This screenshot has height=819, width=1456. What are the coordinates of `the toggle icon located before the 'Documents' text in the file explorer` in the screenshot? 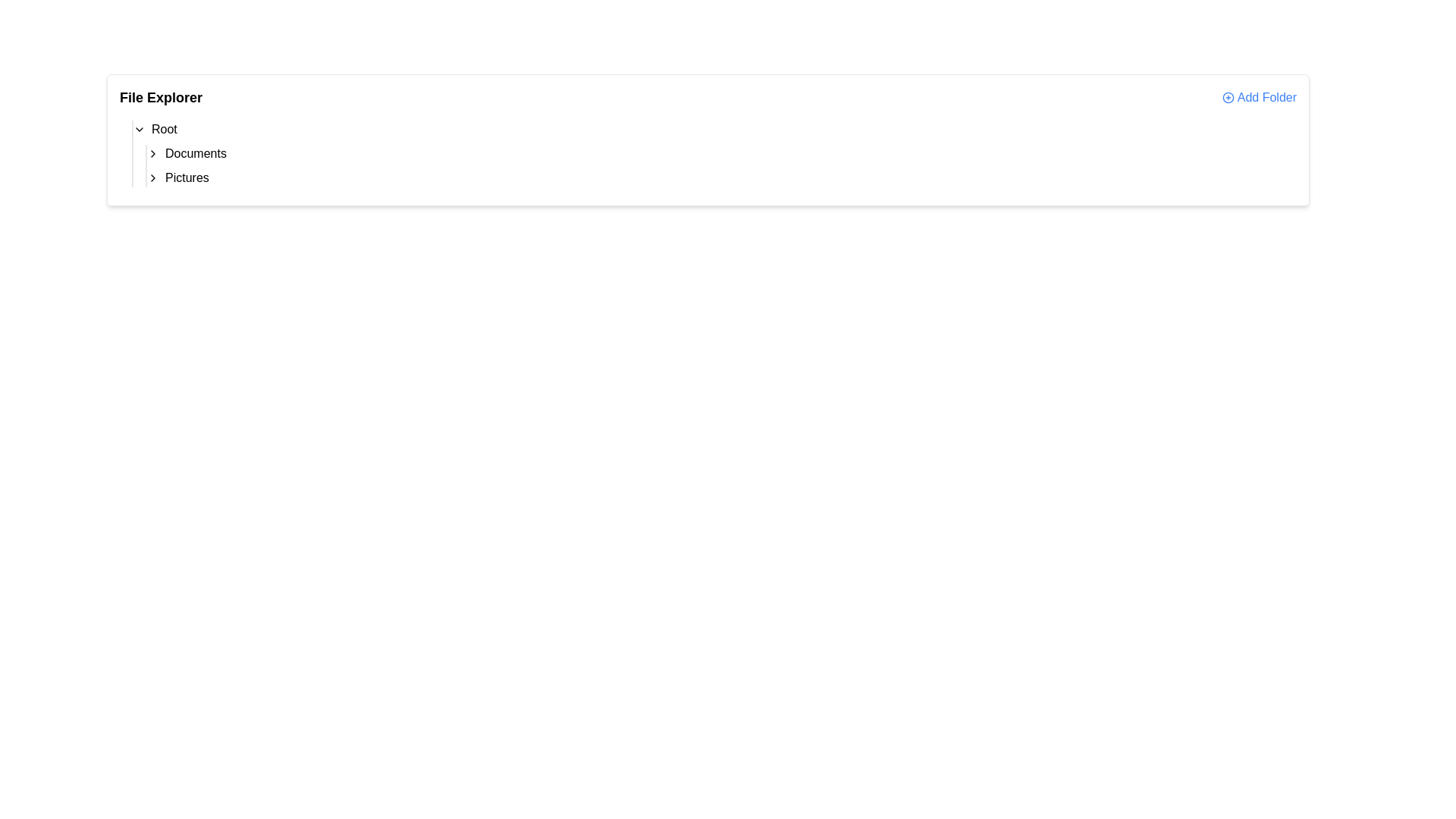 It's located at (152, 154).